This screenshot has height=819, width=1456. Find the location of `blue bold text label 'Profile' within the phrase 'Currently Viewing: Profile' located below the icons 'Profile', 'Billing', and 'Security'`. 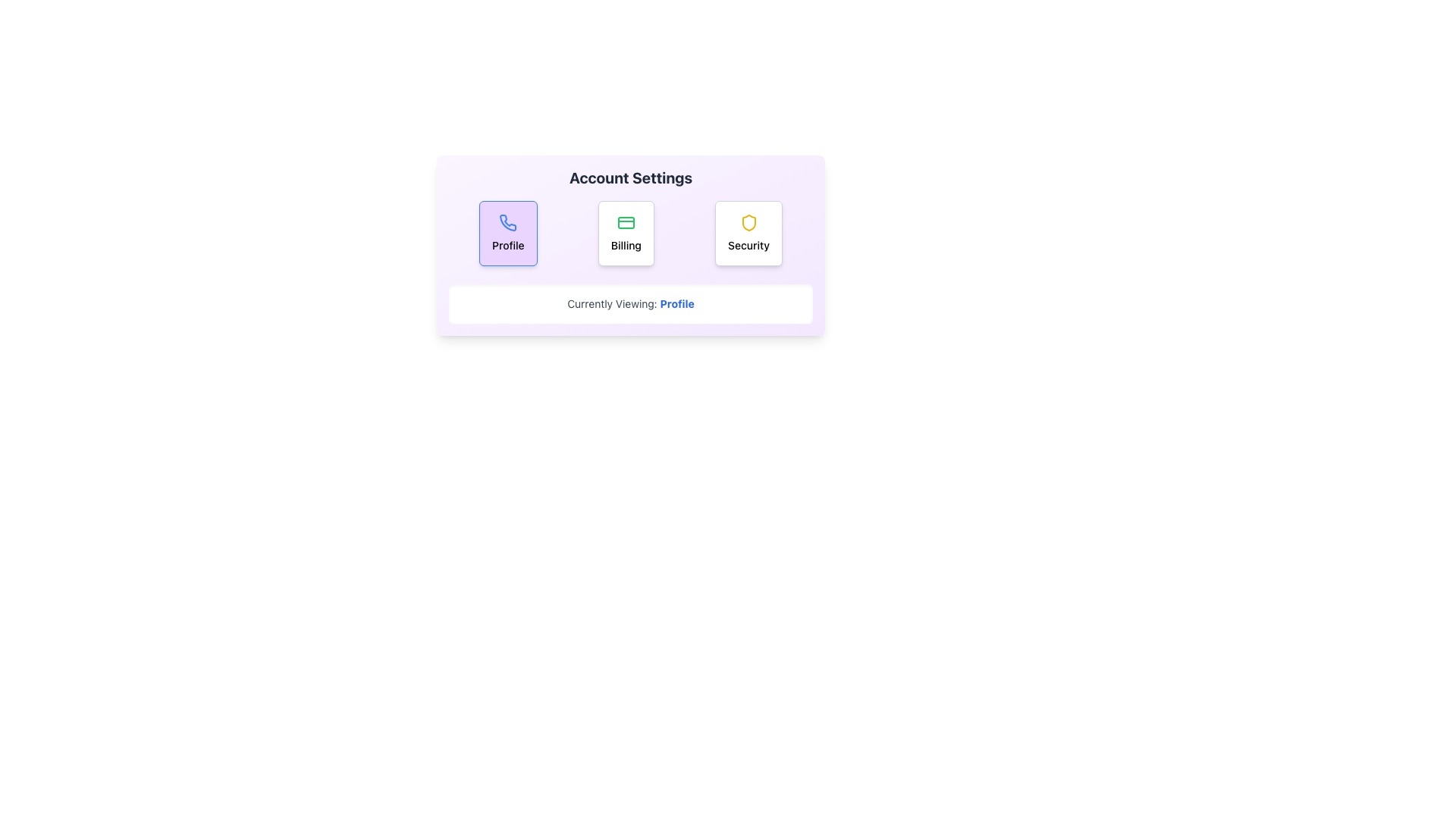

blue bold text label 'Profile' within the phrase 'Currently Viewing: Profile' located below the icons 'Profile', 'Billing', and 'Security' is located at coordinates (676, 303).